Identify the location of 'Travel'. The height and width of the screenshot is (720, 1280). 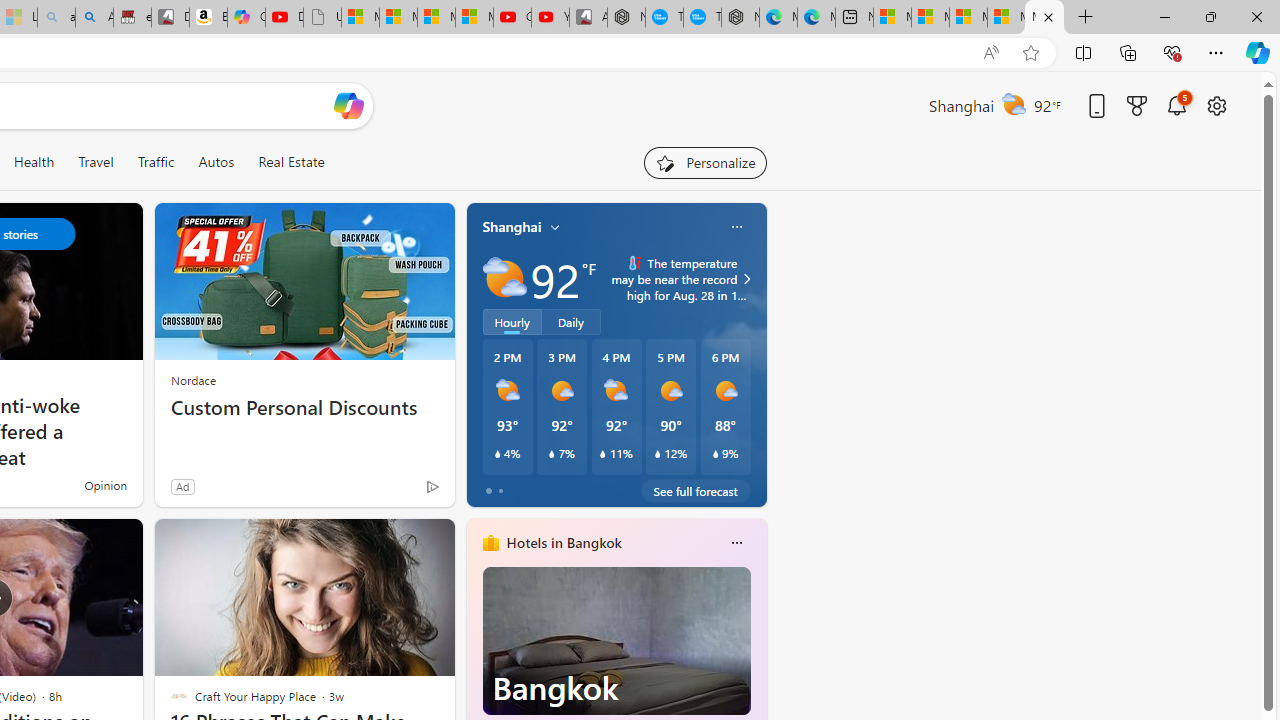
(95, 161).